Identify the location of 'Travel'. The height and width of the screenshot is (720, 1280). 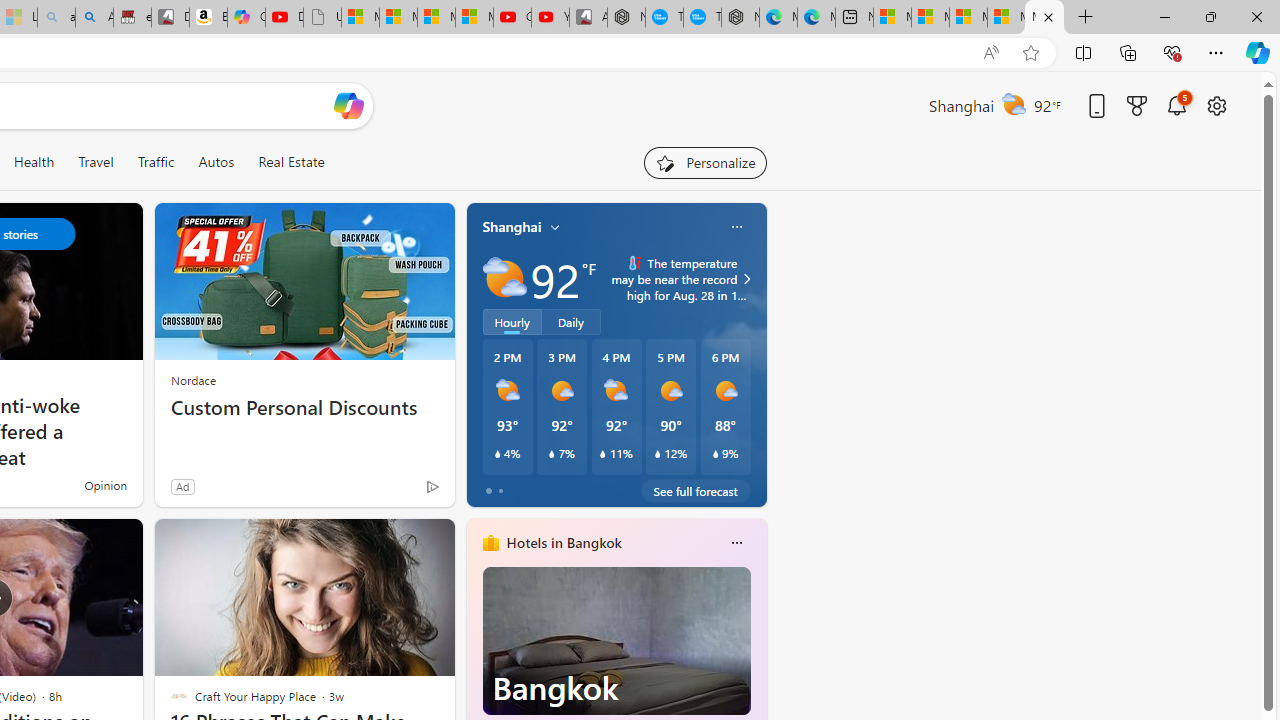
(95, 161).